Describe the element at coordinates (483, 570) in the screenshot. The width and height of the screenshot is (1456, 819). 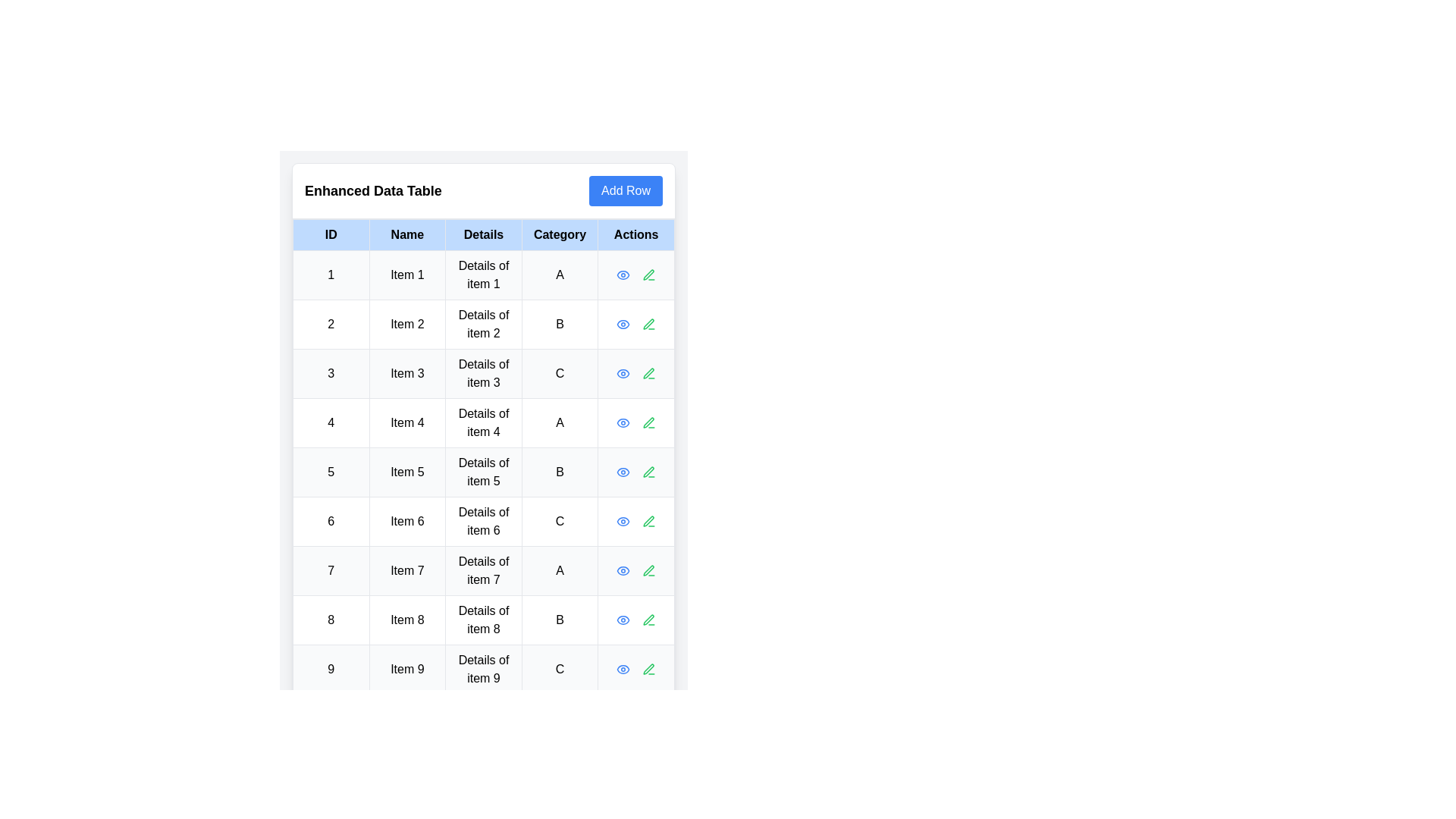
I see `the text display in the third column of the seventh row under the 'Details' column in the data table` at that location.